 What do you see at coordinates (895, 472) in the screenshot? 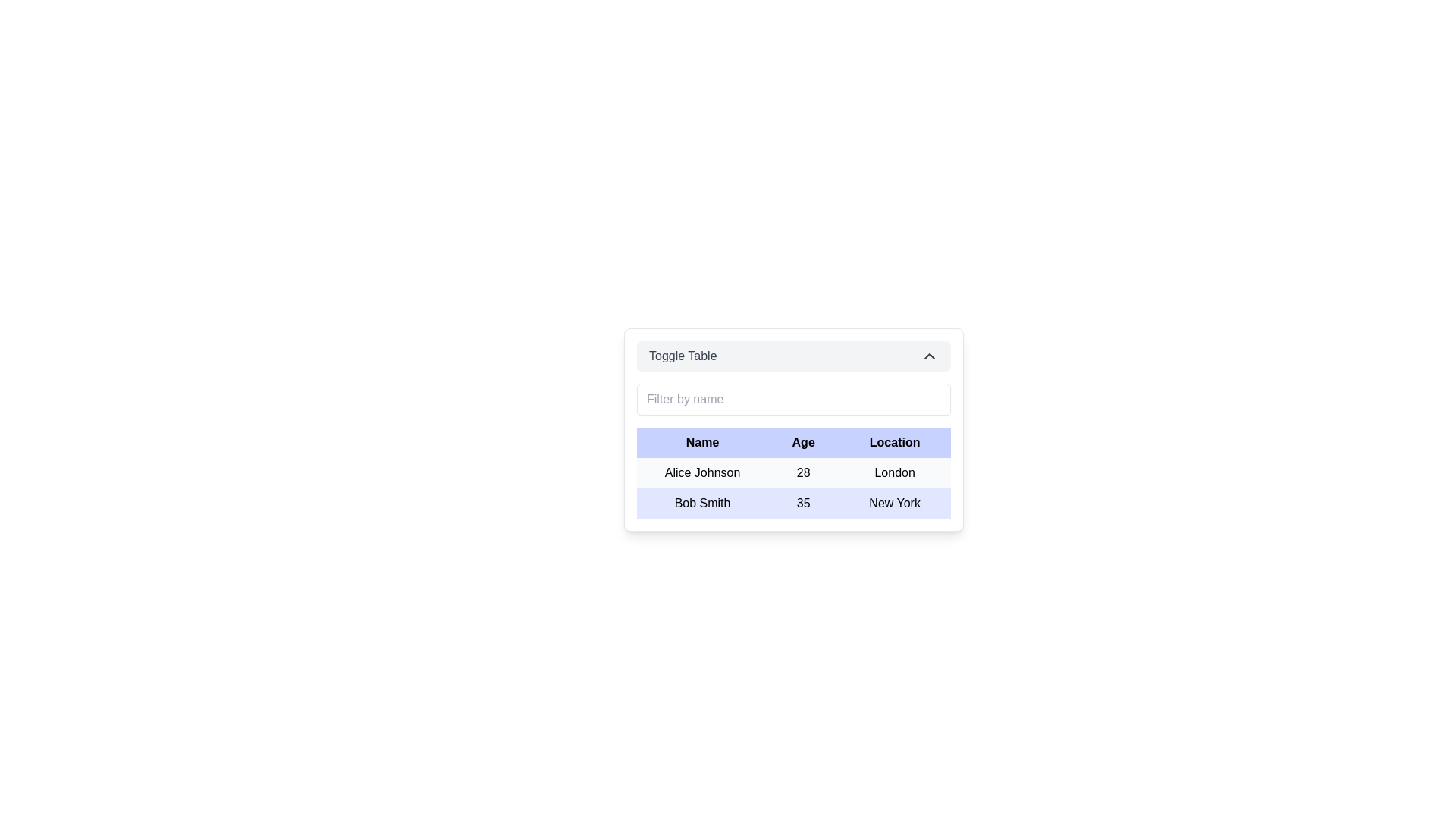
I see `the text element displaying 'London' in the 'Location' column of the table, which is aligned to the left and associated with 'Alice Johnson' and age '28'` at bounding box center [895, 472].